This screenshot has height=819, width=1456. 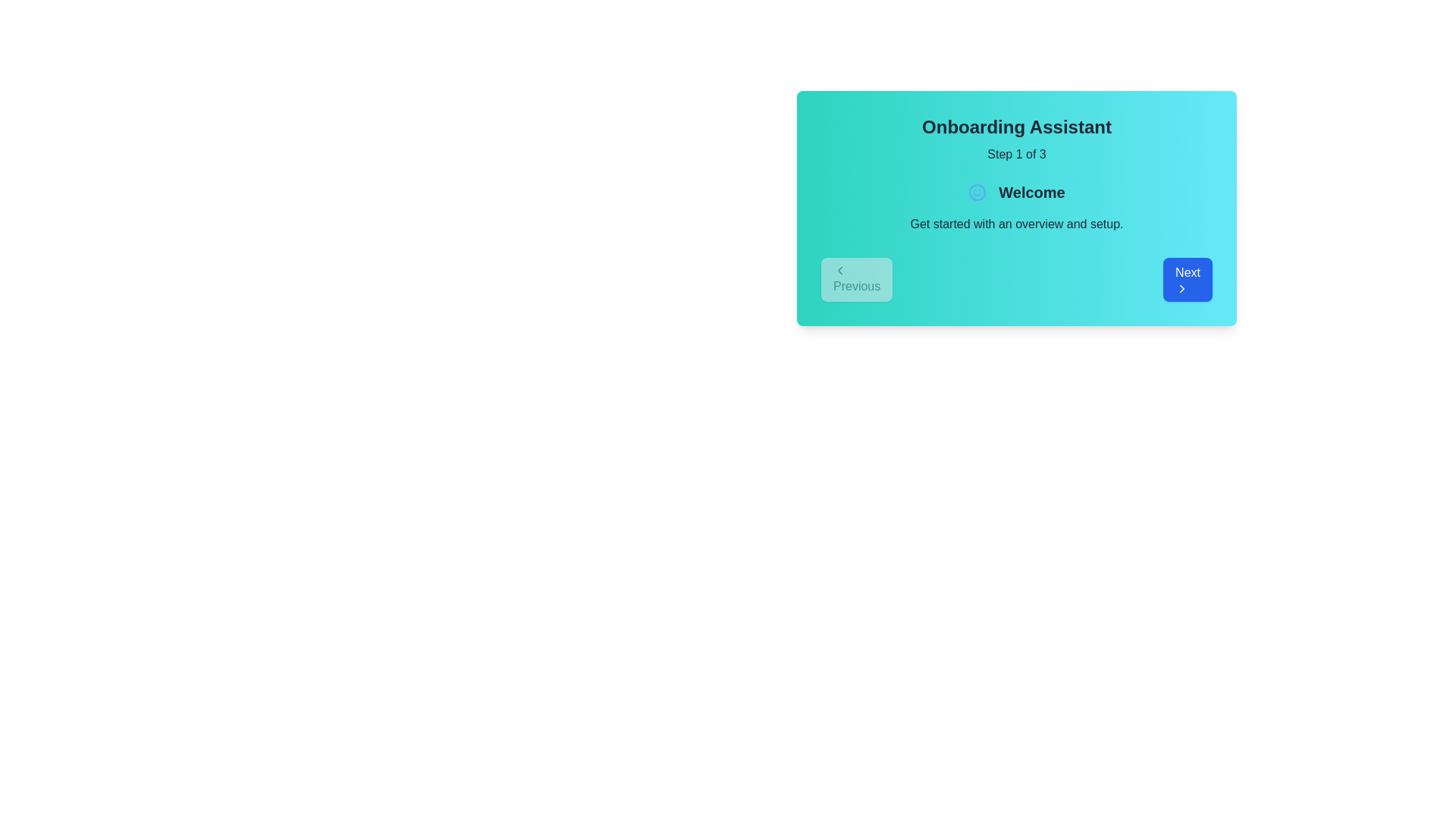 What do you see at coordinates (857, 280) in the screenshot?
I see `the 'Previous' button with a light gray background and gray text, located at the bottom left corner of the 'Onboarding Assistant' card` at bounding box center [857, 280].